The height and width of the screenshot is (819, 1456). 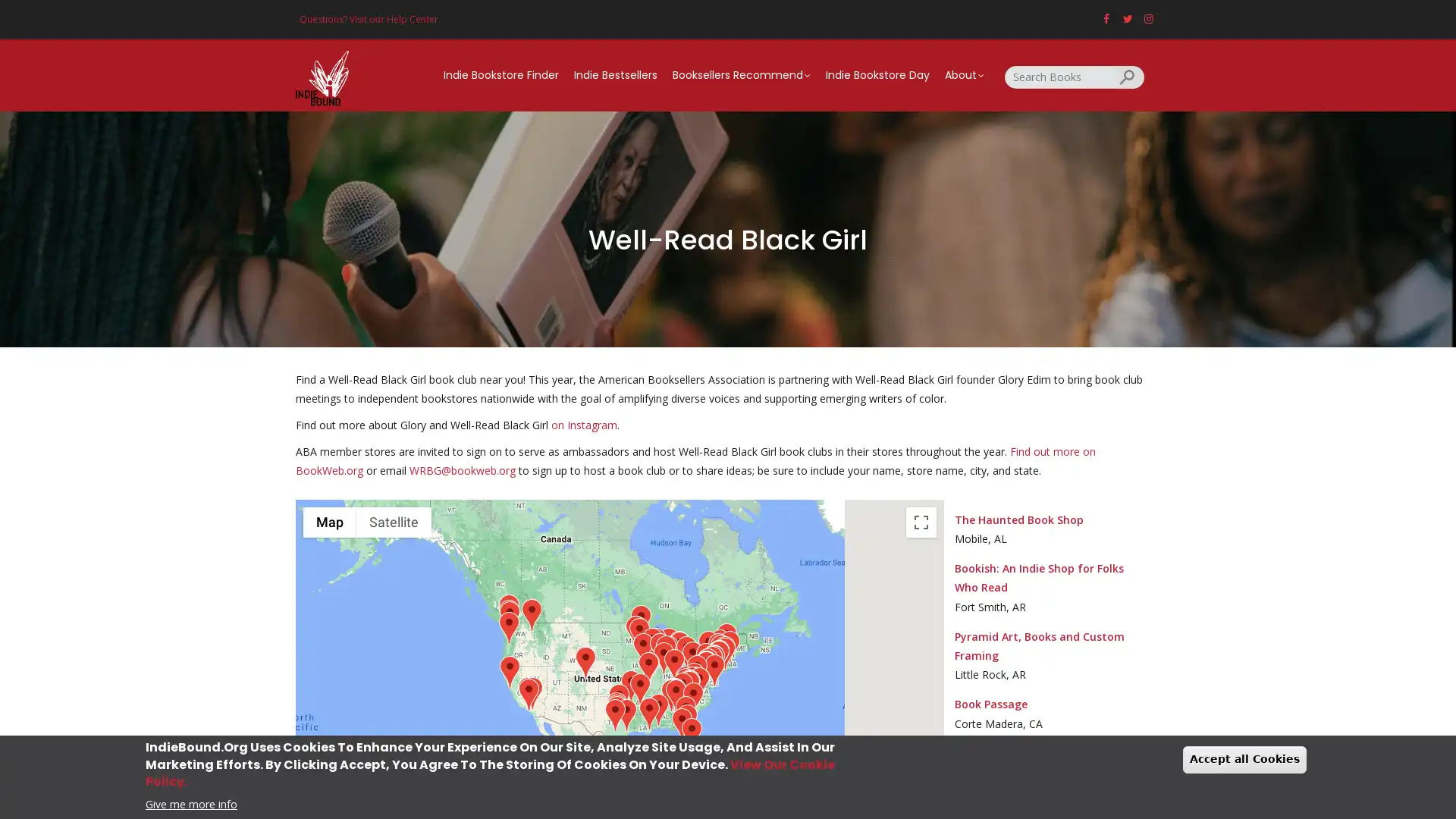 What do you see at coordinates (648, 667) in the screenshot?
I see `Subterranean Books` at bounding box center [648, 667].